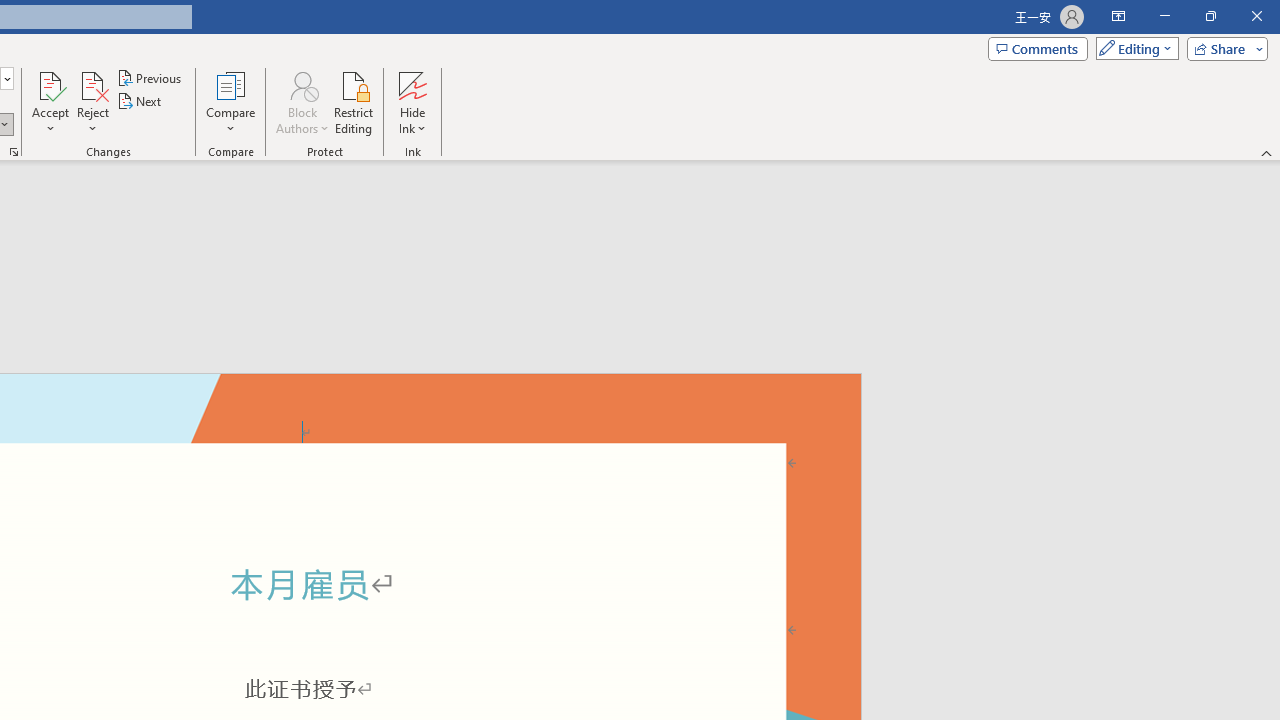 This screenshot has width=1280, height=720. What do you see at coordinates (411, 103) in the screenshot?
I see `'Hide Ink'` at bounding box center [411, 103].